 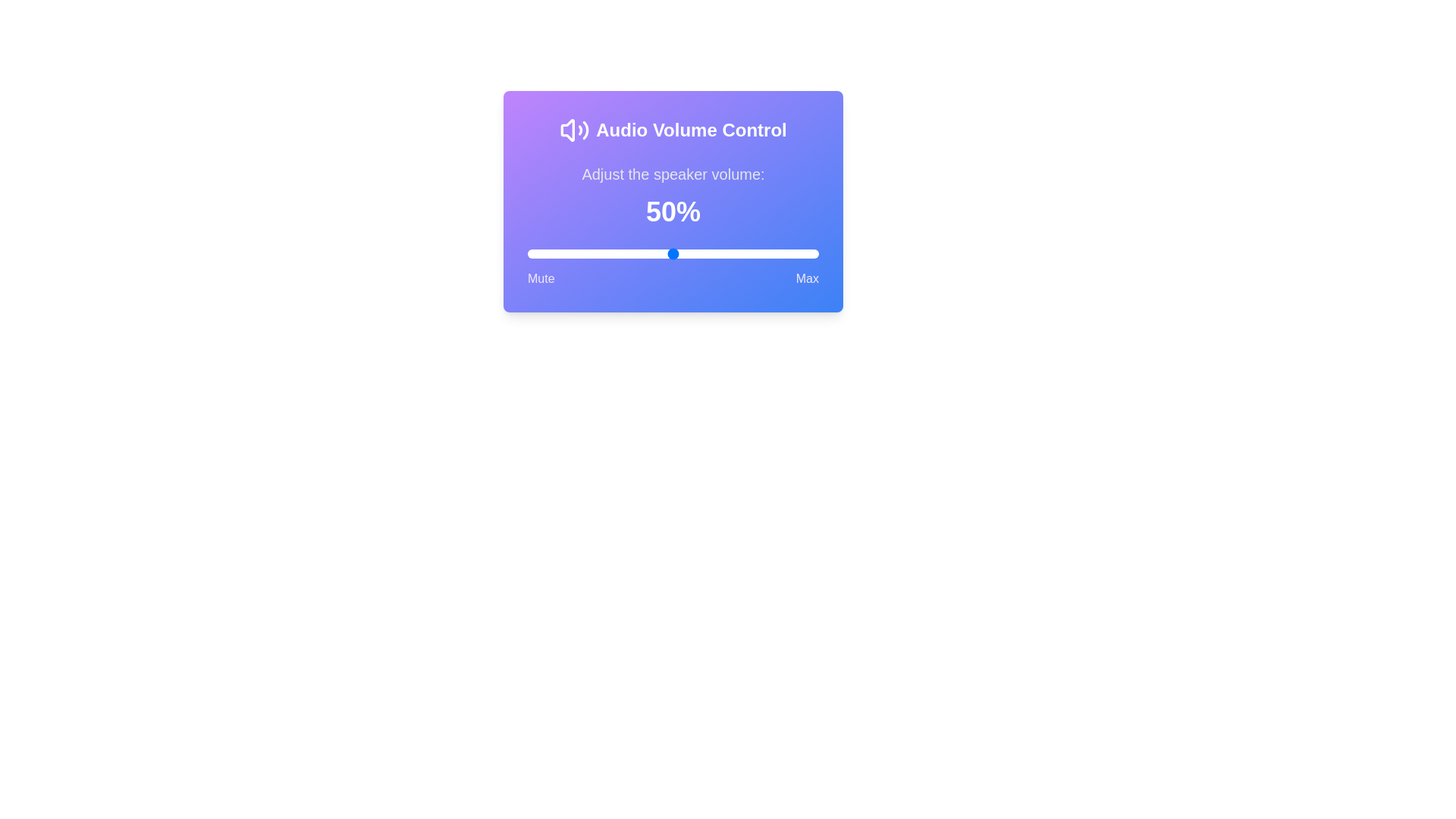 What do you see at coordinates (745, 253) in the screenshot?
I see `the volume slider to 75%` at bounding box center [745, 253].